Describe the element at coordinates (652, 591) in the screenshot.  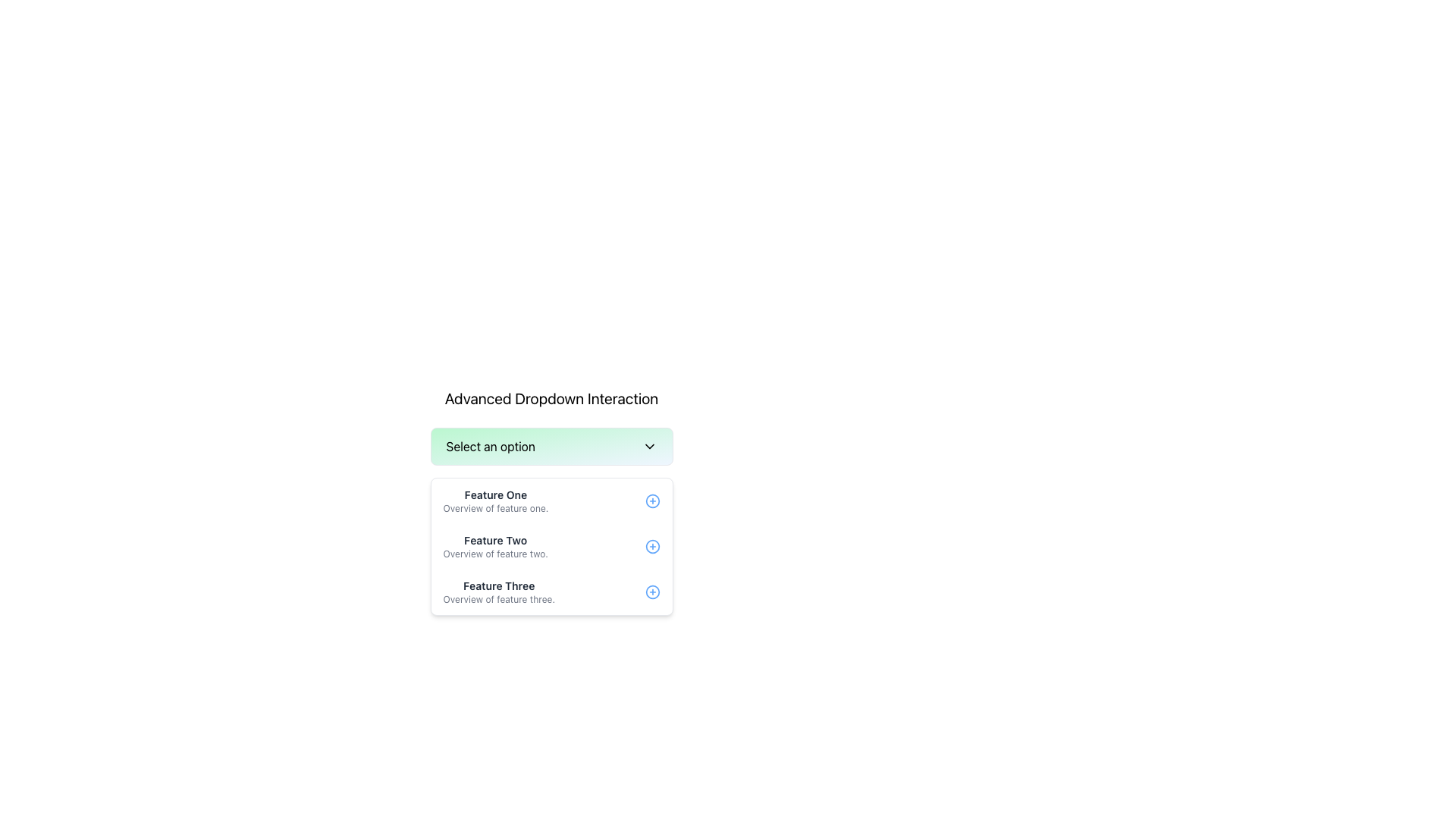
I see `the button located at the far right side of the 'Feature Three' row, next to the text 'Overview of feature three.'` at that location.